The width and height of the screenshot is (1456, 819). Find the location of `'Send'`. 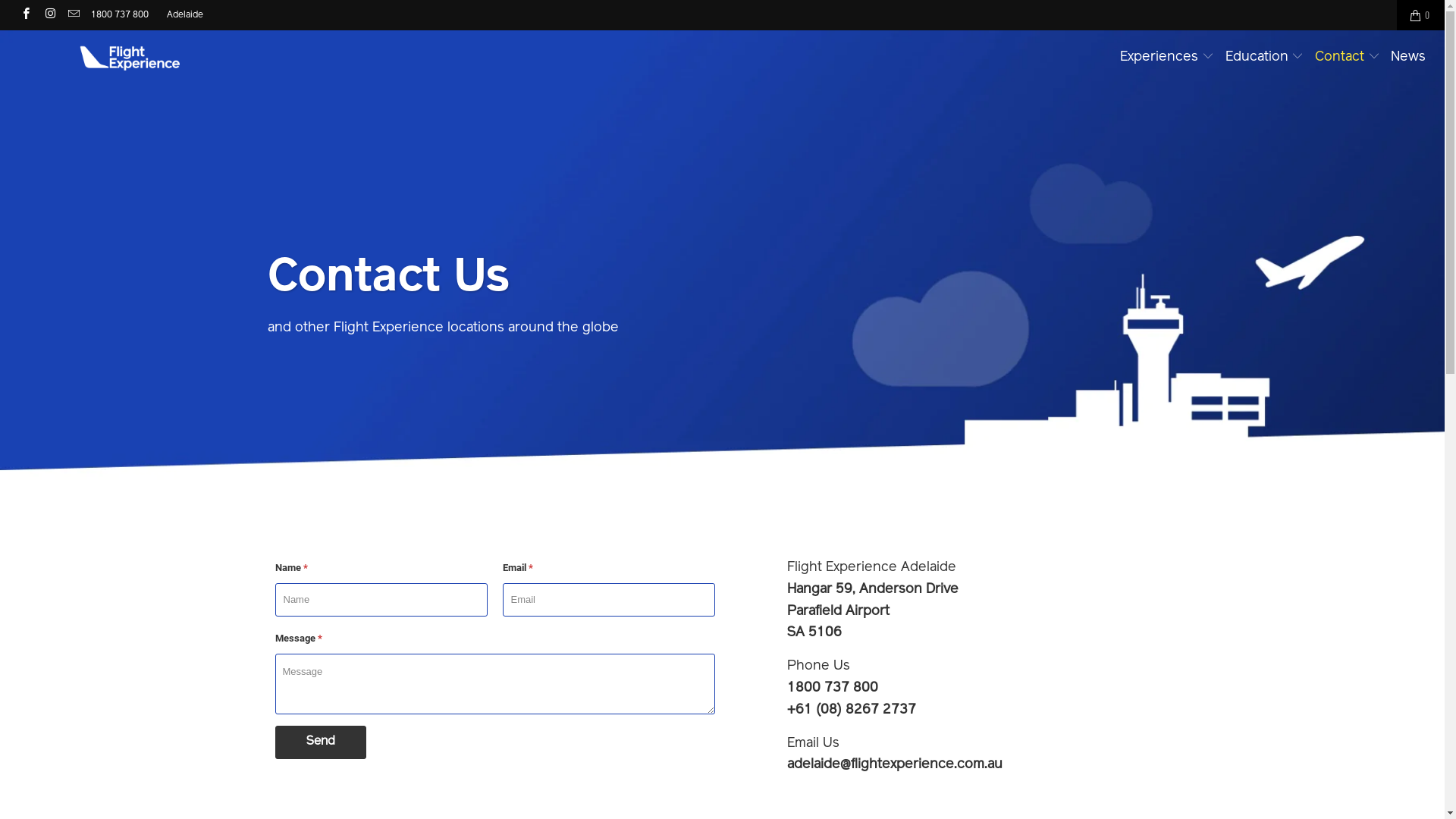

'Send' is located at coordinates (319, 742).